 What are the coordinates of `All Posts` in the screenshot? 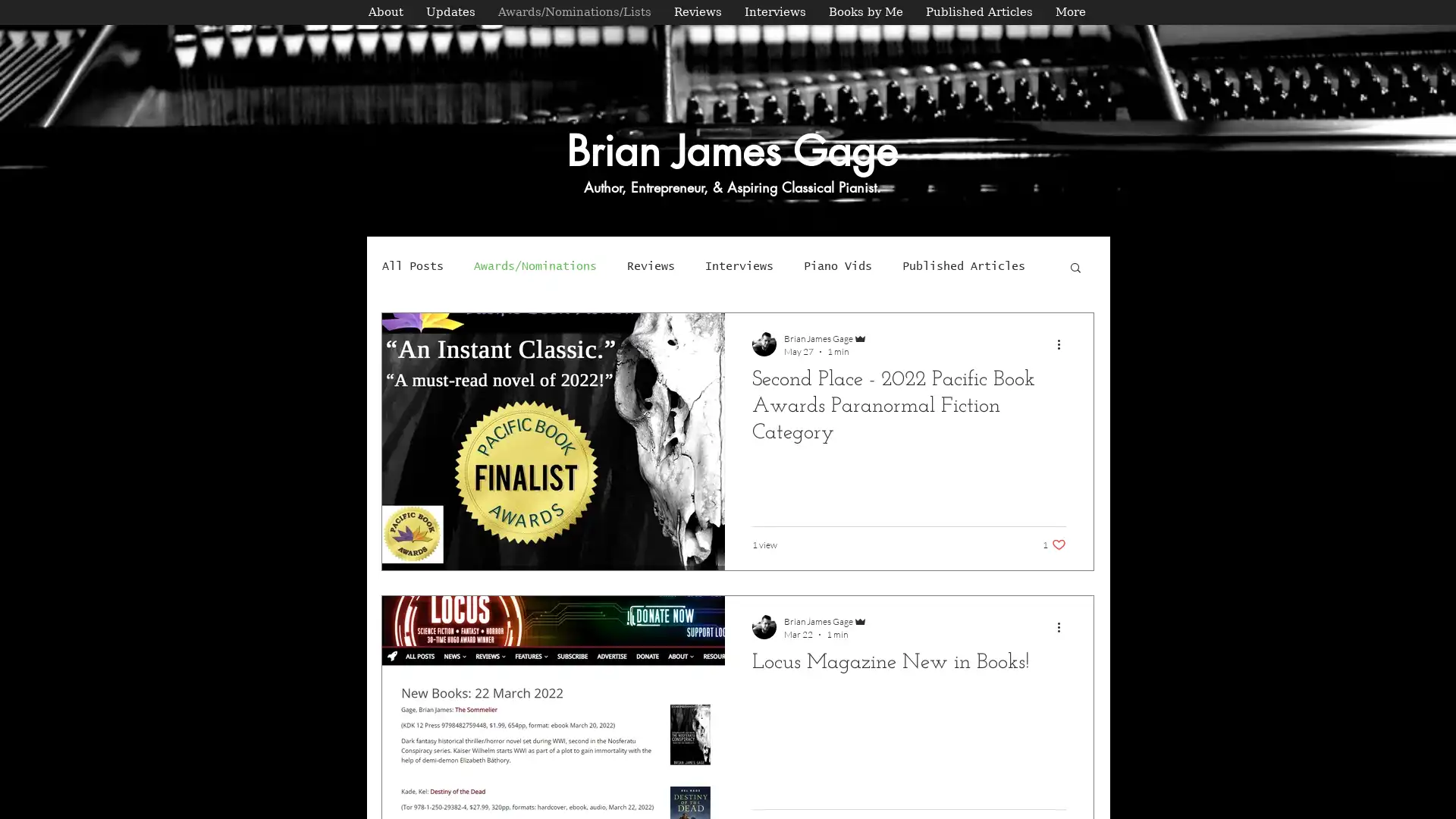 It's located at (413, 265).